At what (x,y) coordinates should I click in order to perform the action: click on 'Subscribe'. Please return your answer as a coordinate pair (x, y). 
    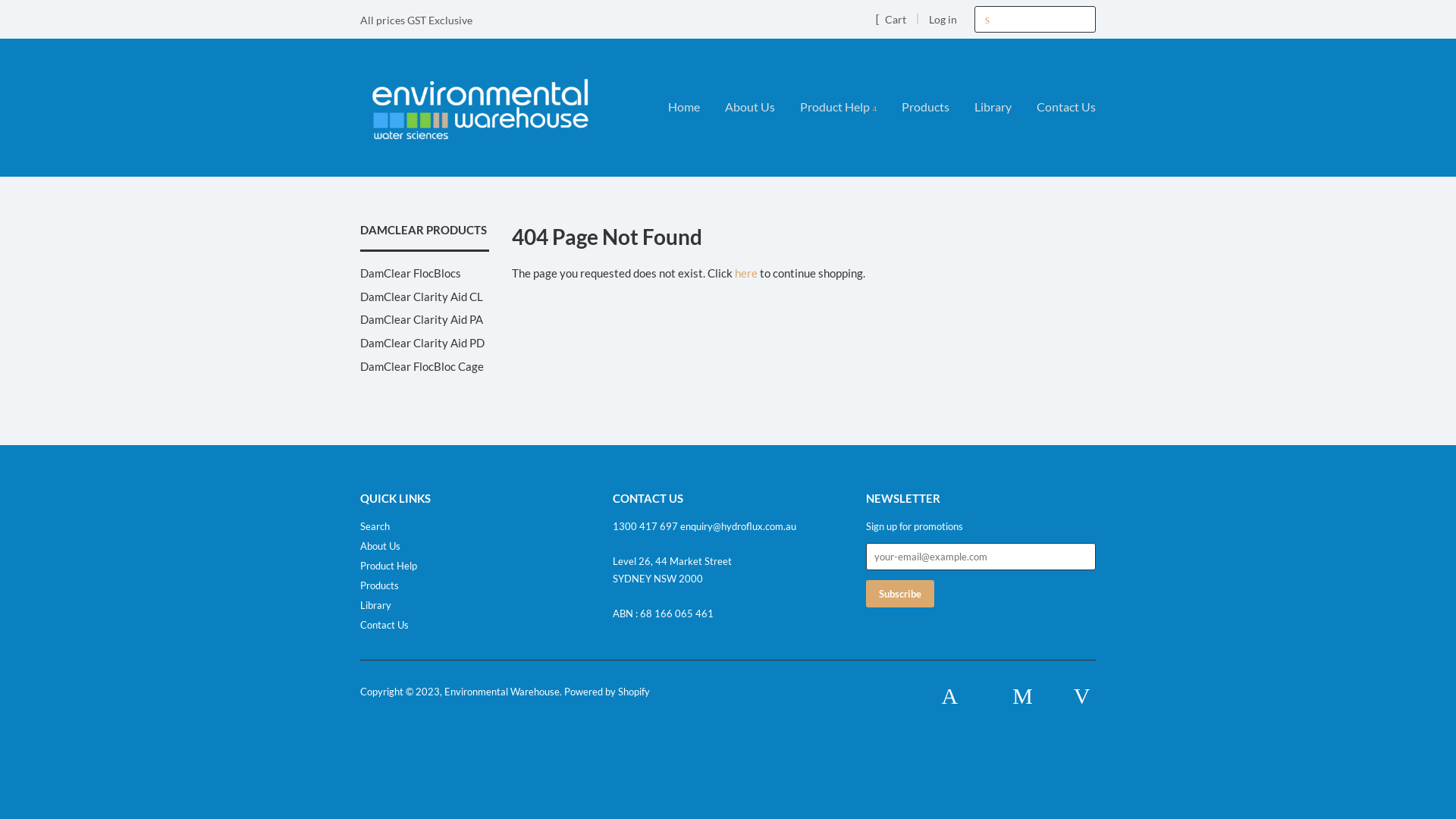
    Looking at the image, I should click on (899, 593).